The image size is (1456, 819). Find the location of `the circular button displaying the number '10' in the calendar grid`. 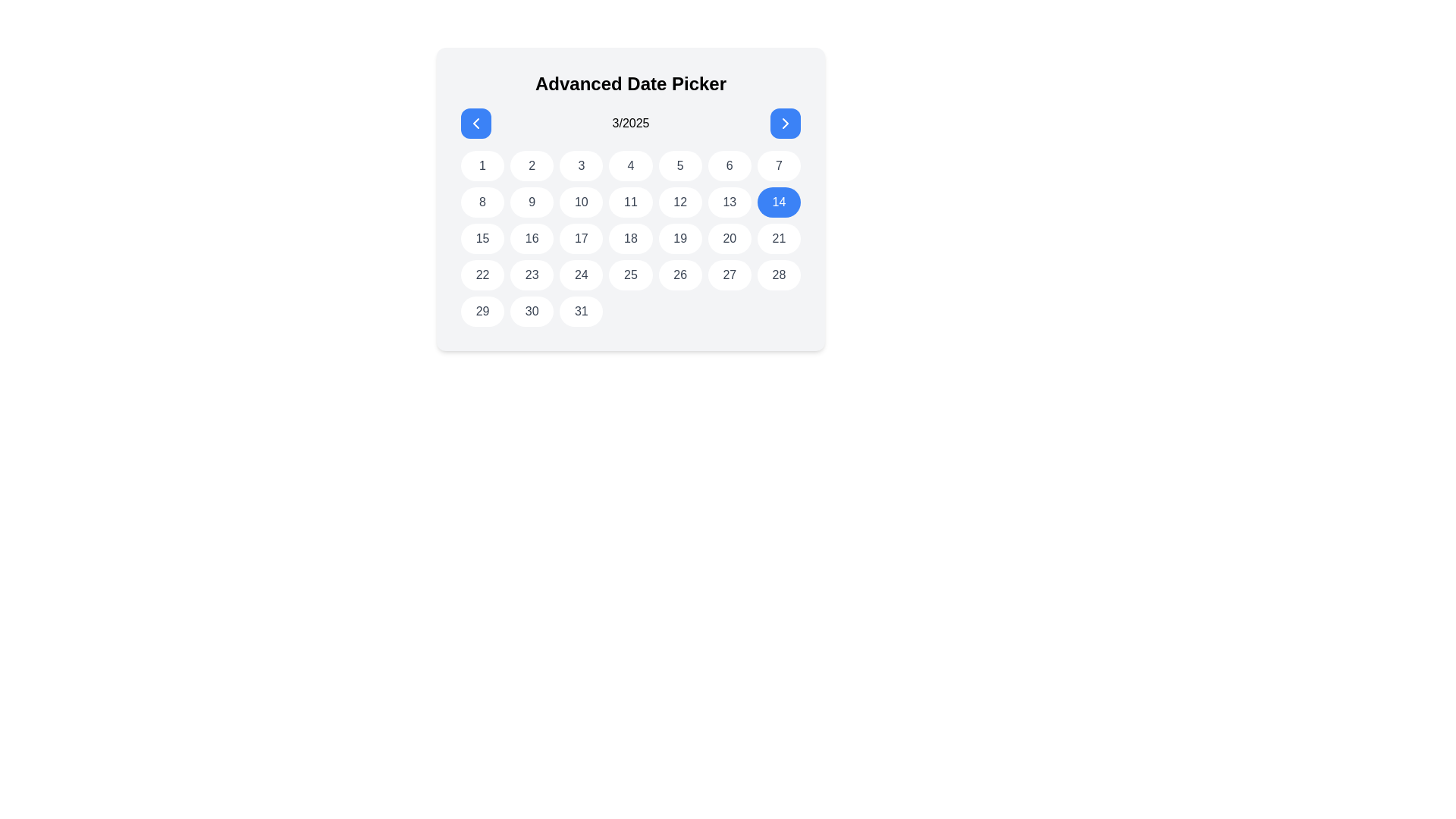

the circular button displaying the number '10' in the calendar grid is located at coordinates (580, 201).